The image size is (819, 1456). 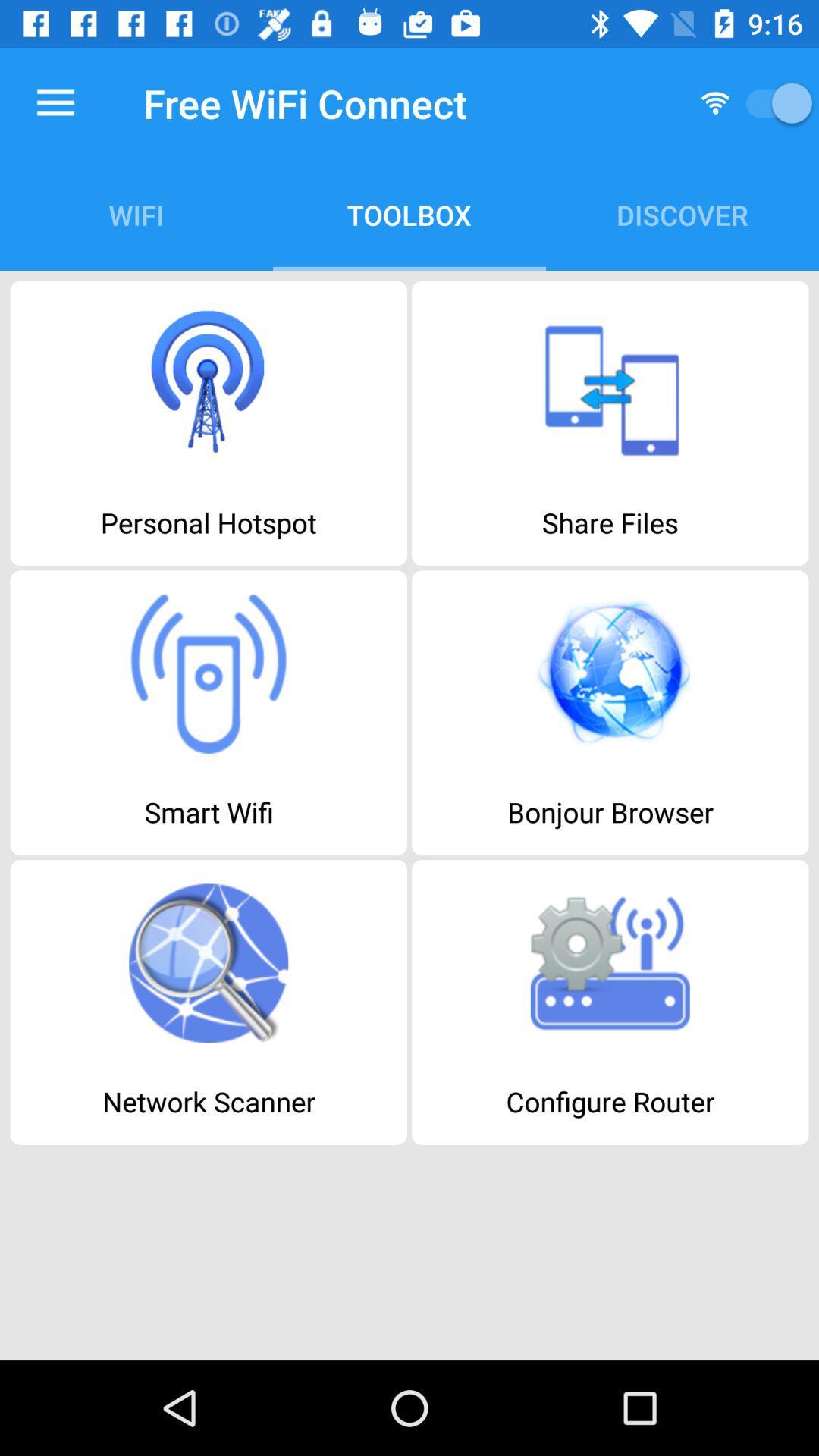 I want to click on the icon to the left of the free wifi connect, so click(x=55, y=102).